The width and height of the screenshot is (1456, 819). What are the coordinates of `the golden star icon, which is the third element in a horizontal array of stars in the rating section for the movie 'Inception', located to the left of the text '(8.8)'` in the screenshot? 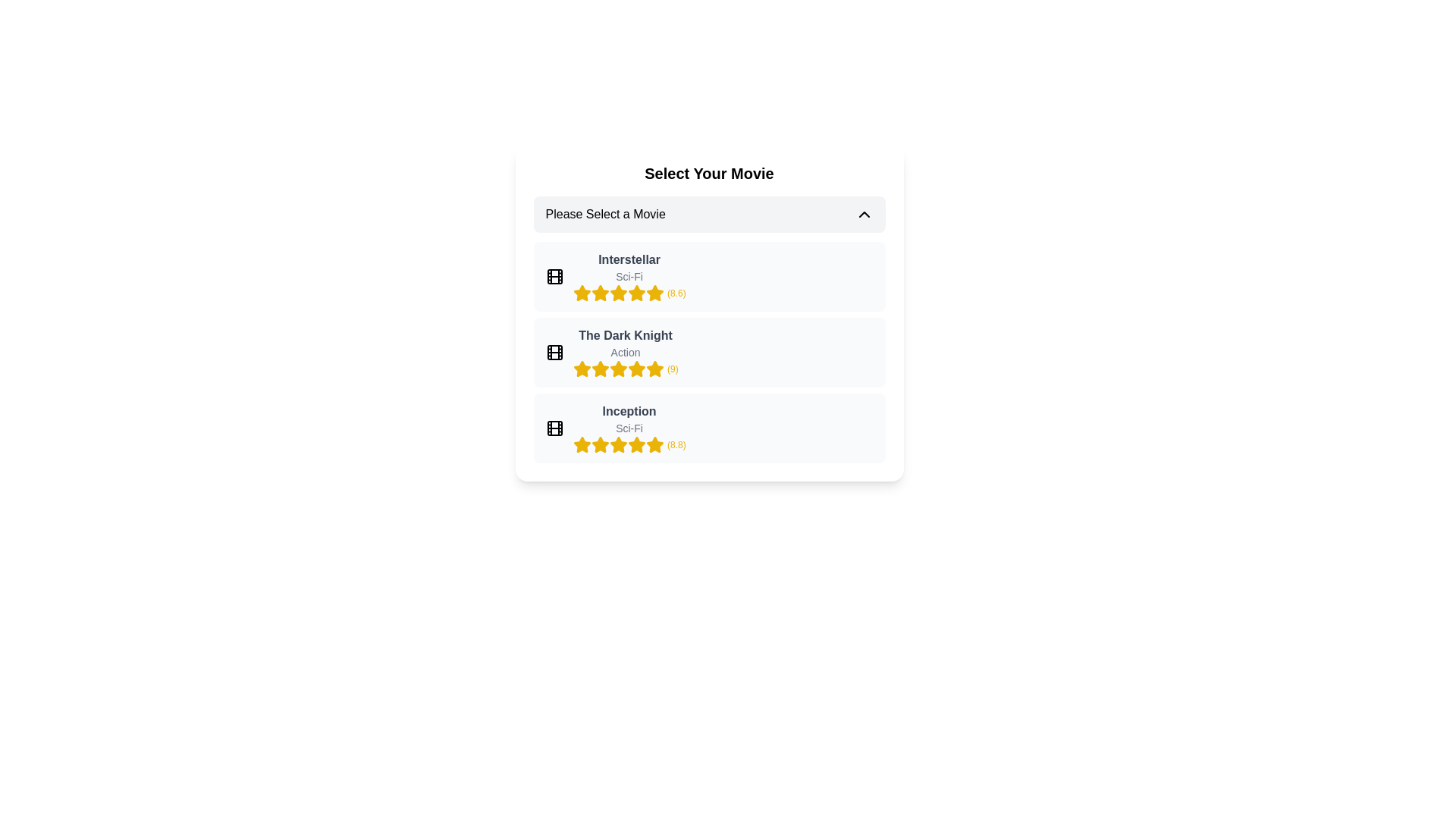 It's located at (599, 444).